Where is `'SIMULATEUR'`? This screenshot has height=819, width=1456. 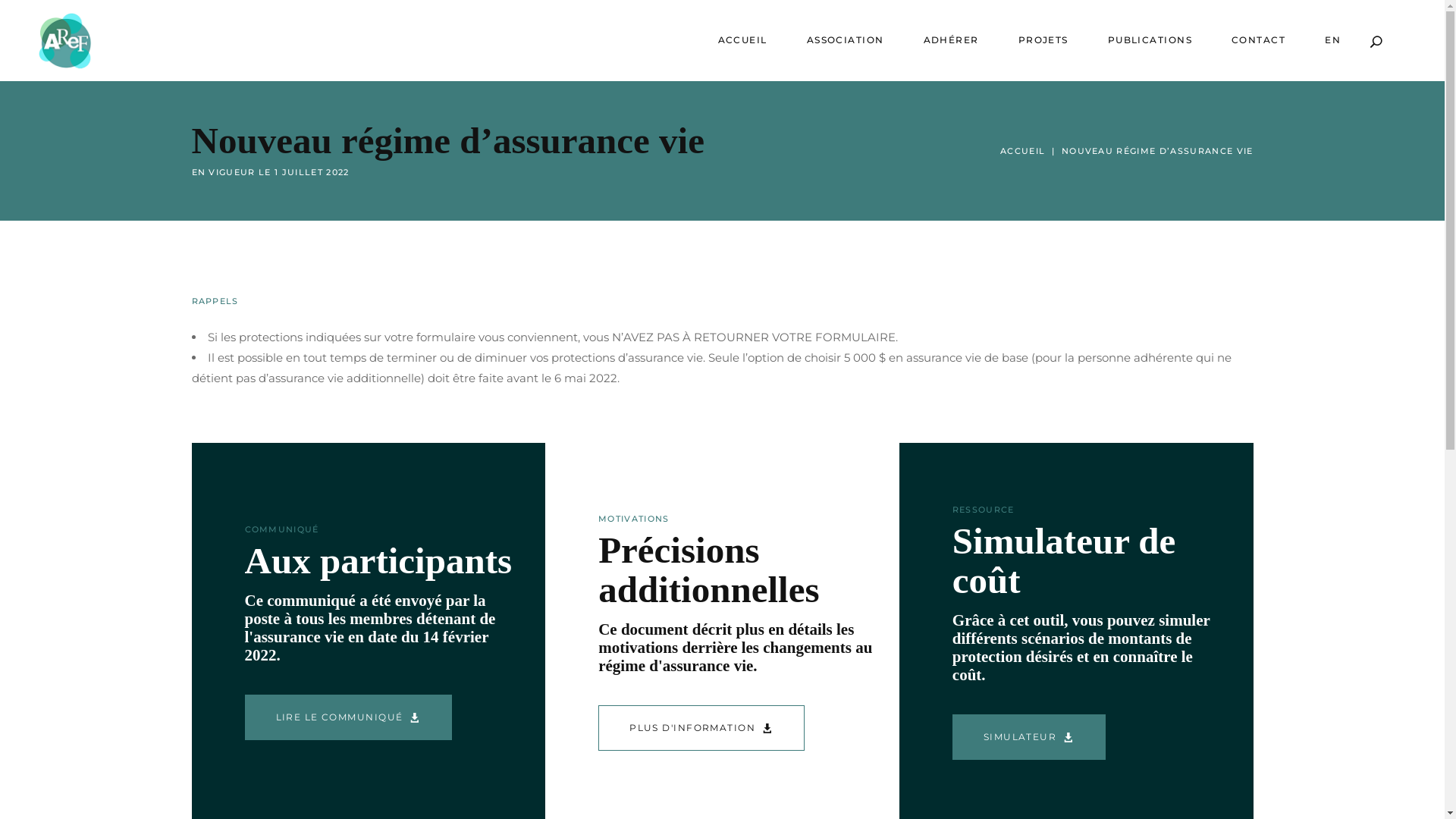
'SIMULATEUR' is located at coordinates (952, 736).